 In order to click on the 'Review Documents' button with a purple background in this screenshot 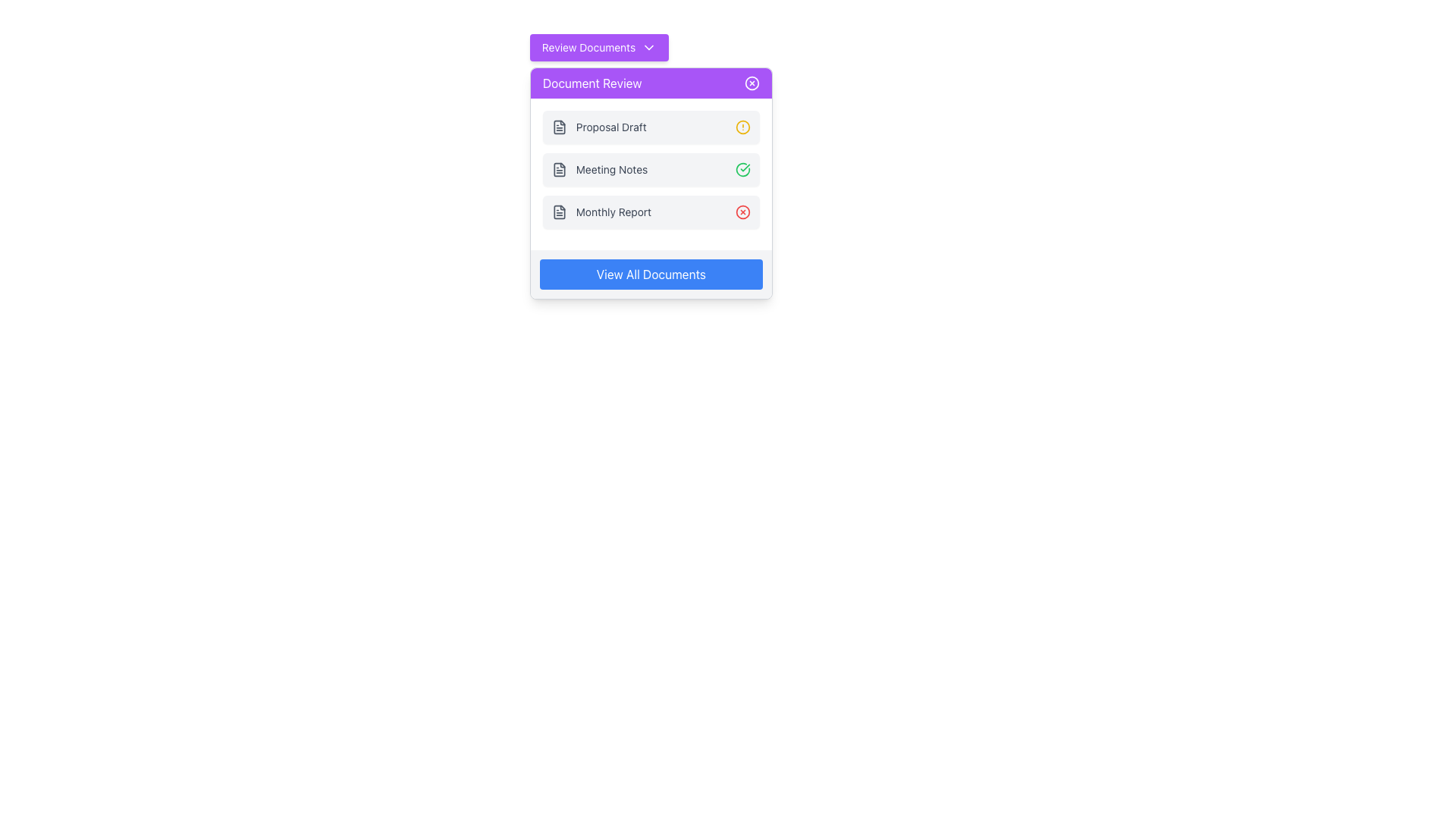, I will do `click(598, 46)`.